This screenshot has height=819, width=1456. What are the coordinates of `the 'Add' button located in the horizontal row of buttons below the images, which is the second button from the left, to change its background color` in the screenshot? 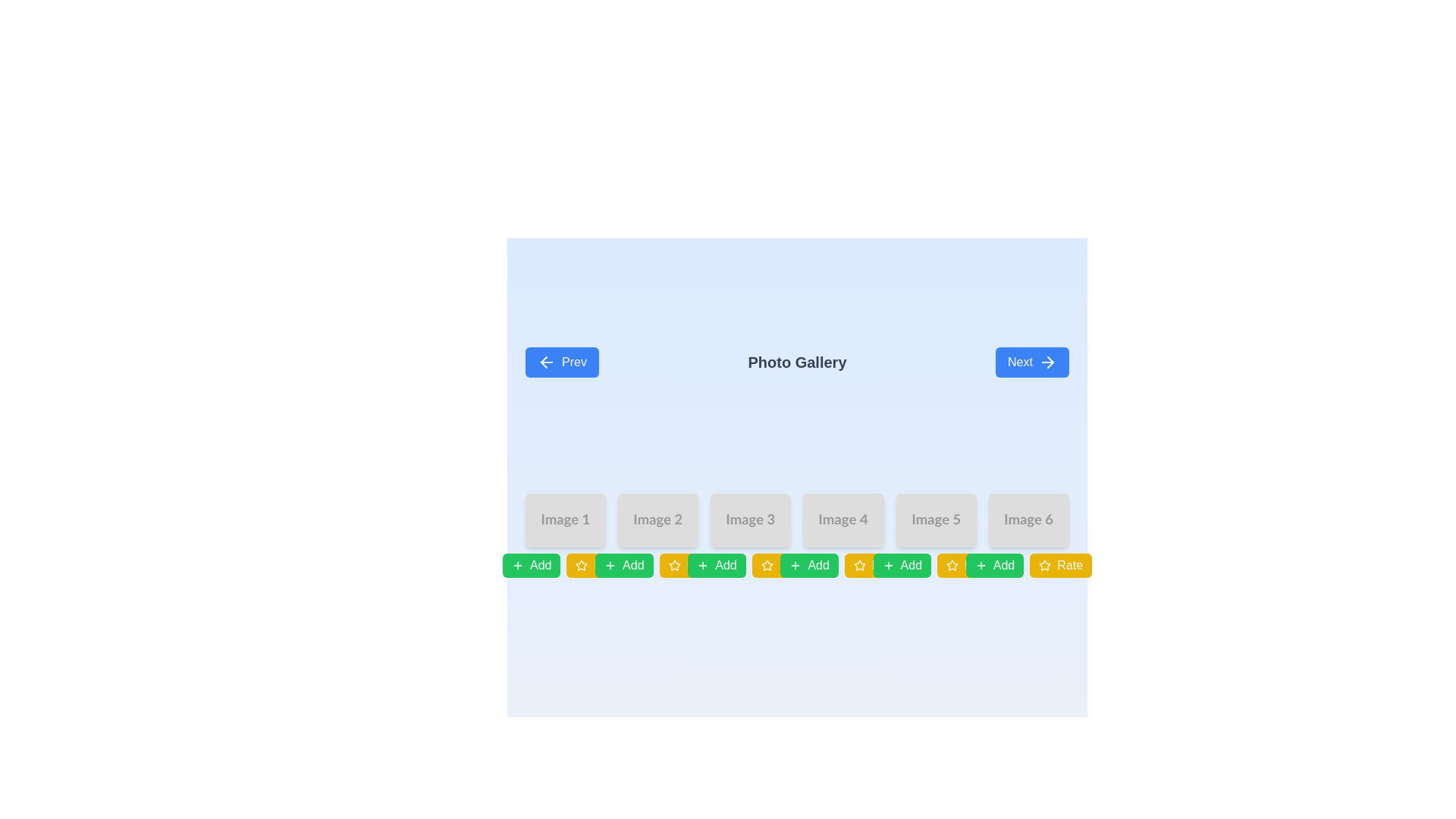 It's located at (624, 565).